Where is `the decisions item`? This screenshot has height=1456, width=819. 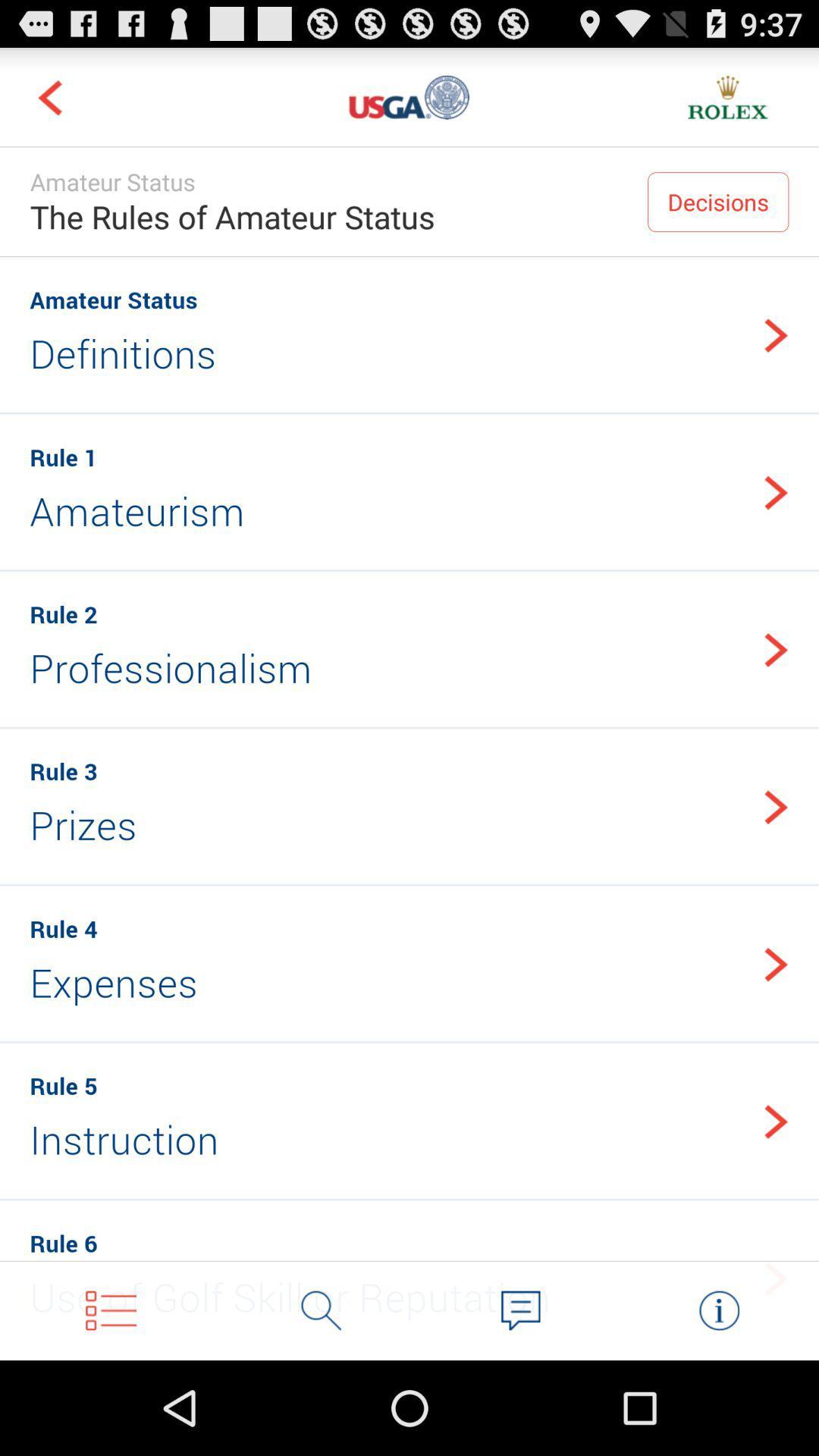 the decisions item is located at coordinates (717, 201).